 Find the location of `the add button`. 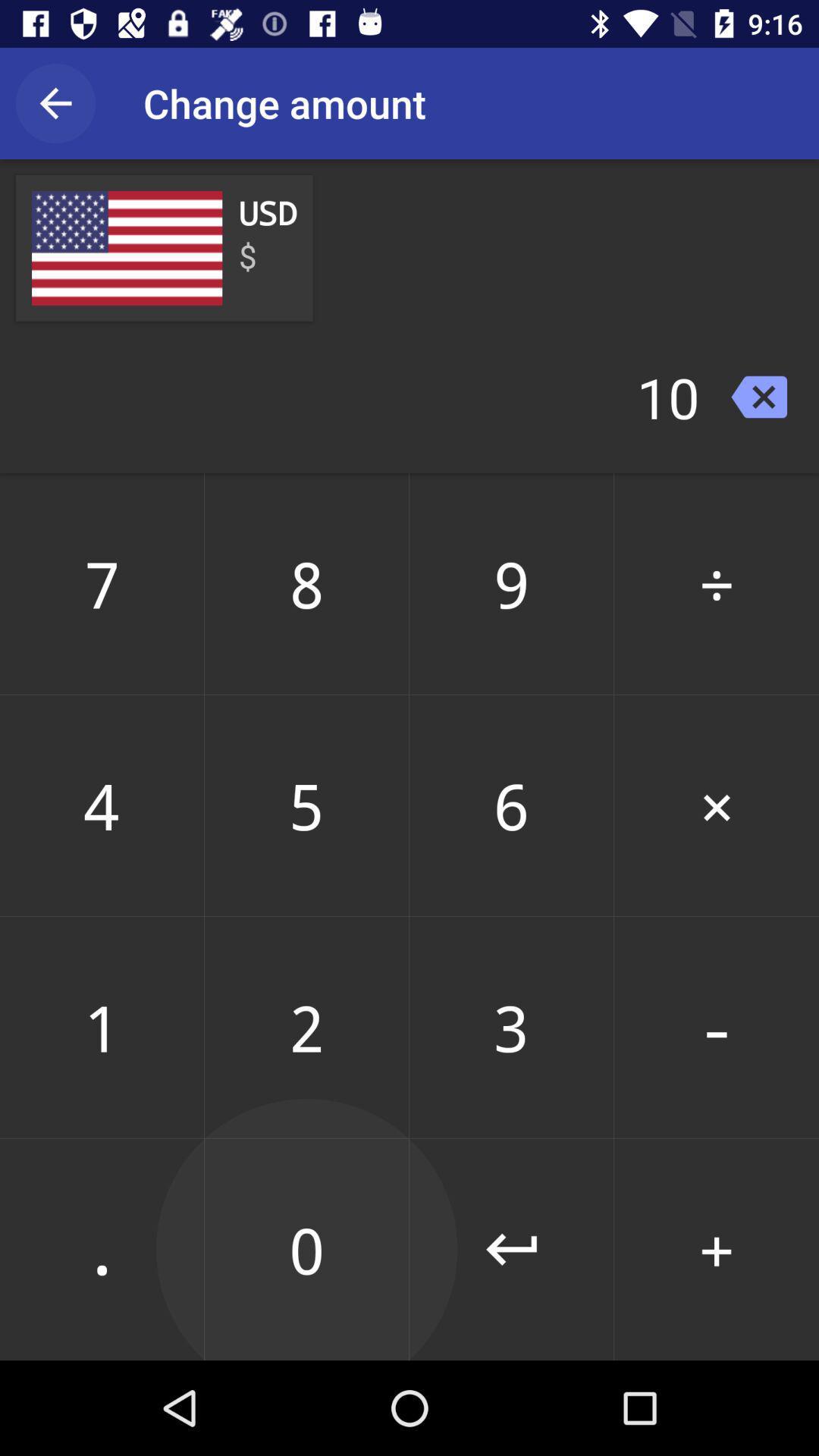

the add button is located at coordinates (717, 1249).